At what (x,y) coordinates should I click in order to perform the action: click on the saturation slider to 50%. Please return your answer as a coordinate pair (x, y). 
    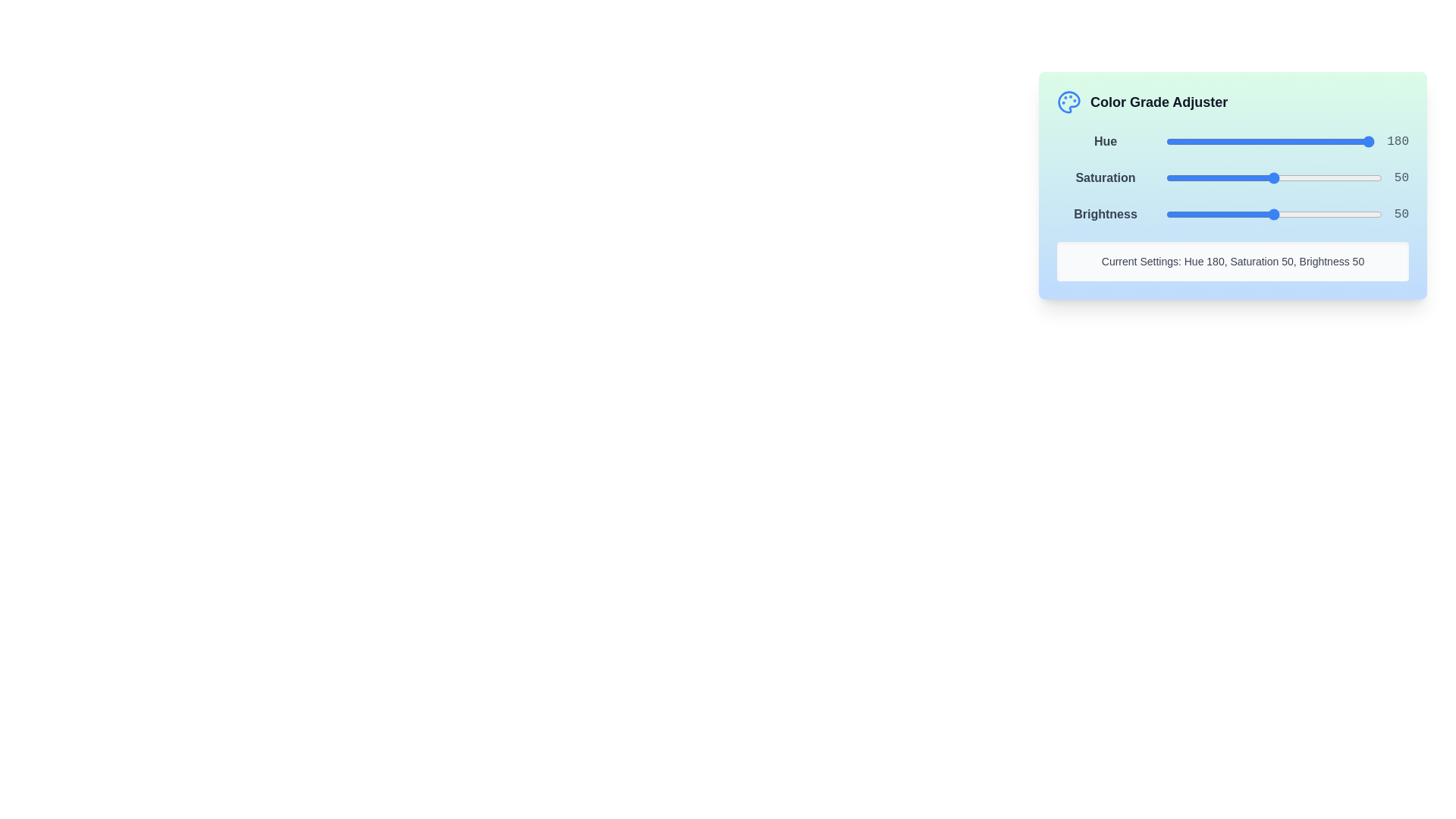
    Looking at the image, I should click on (1274, 177).